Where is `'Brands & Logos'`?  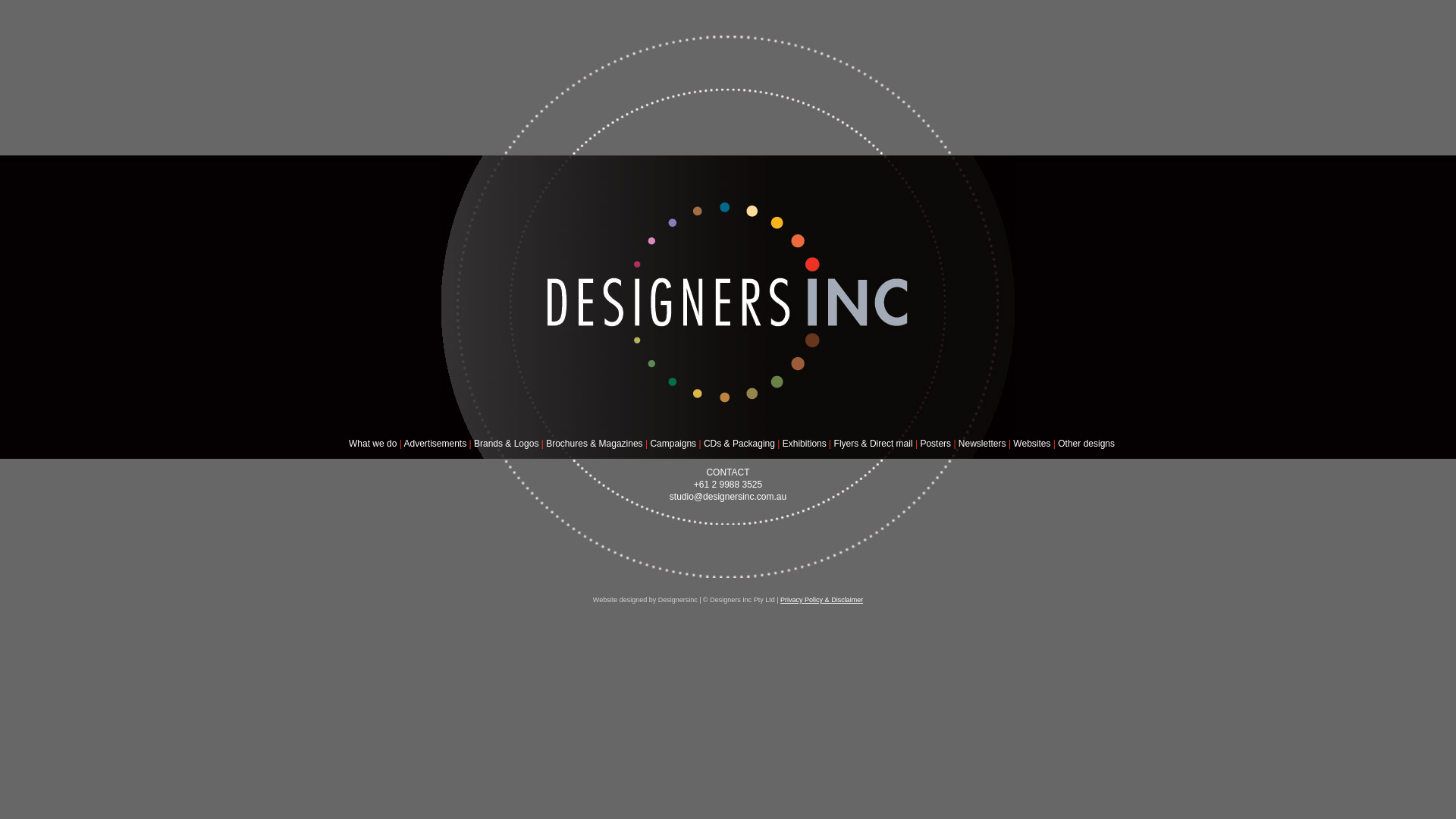
'Brands & Logos' is located at coordinates (506, 444).